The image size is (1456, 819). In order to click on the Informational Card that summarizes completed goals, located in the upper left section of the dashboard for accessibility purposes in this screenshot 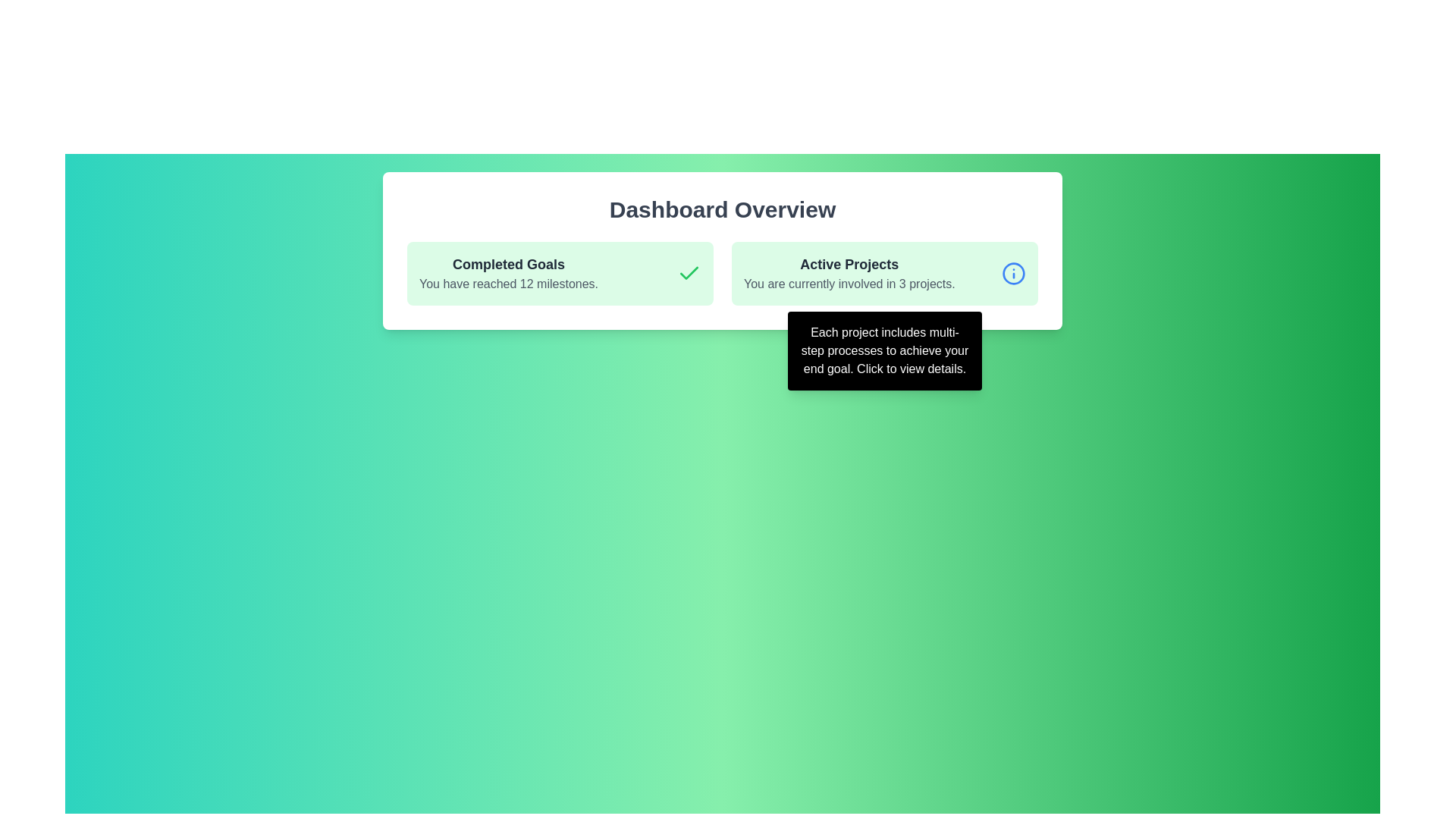, I will do `click(560, 274)`.